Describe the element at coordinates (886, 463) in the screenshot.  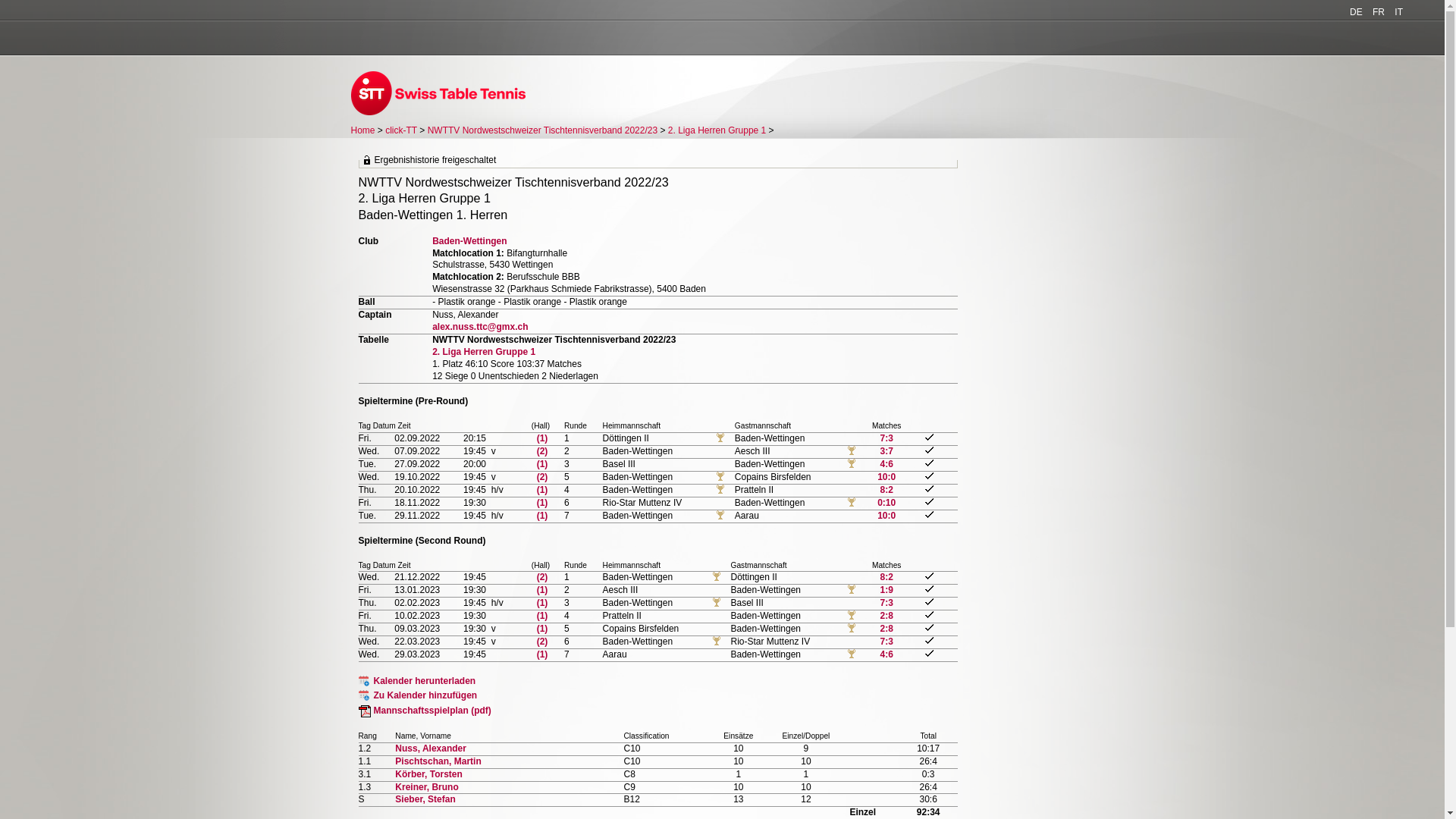
I see `'4:6'` at that location.